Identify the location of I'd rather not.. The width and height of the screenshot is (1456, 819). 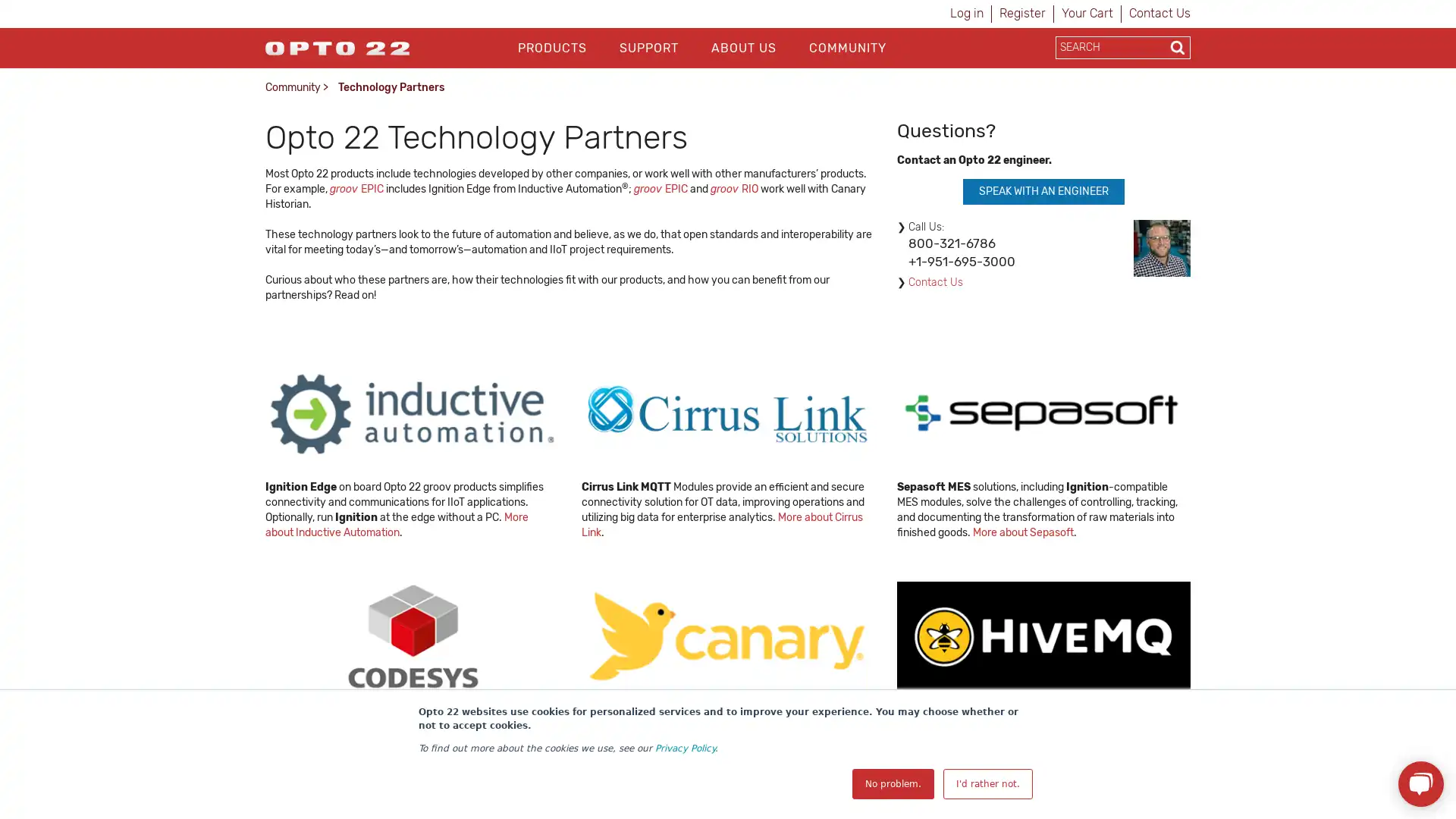
(987, 783).